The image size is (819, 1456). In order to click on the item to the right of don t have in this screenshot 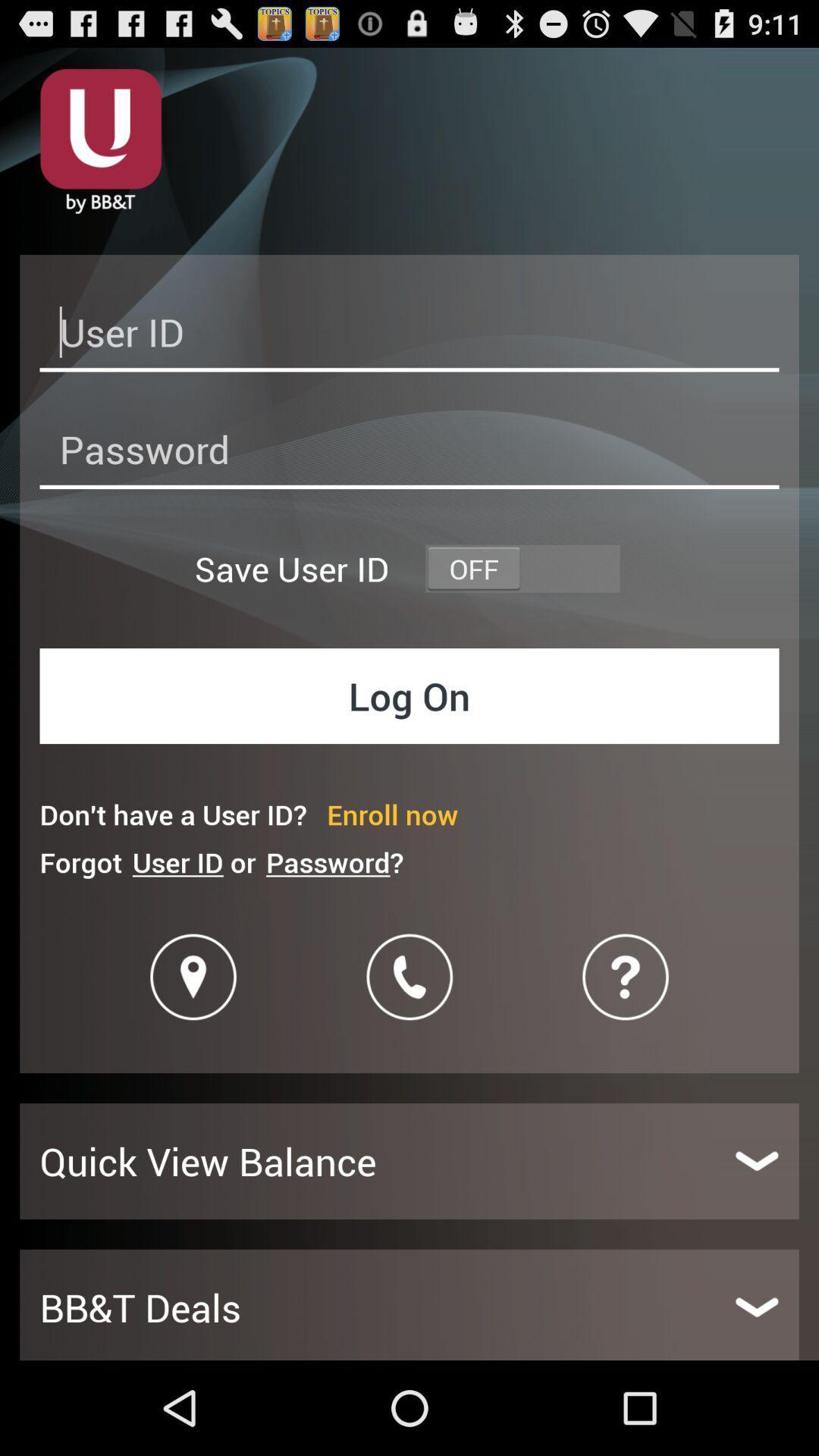, I will do `click(391, 814)`.